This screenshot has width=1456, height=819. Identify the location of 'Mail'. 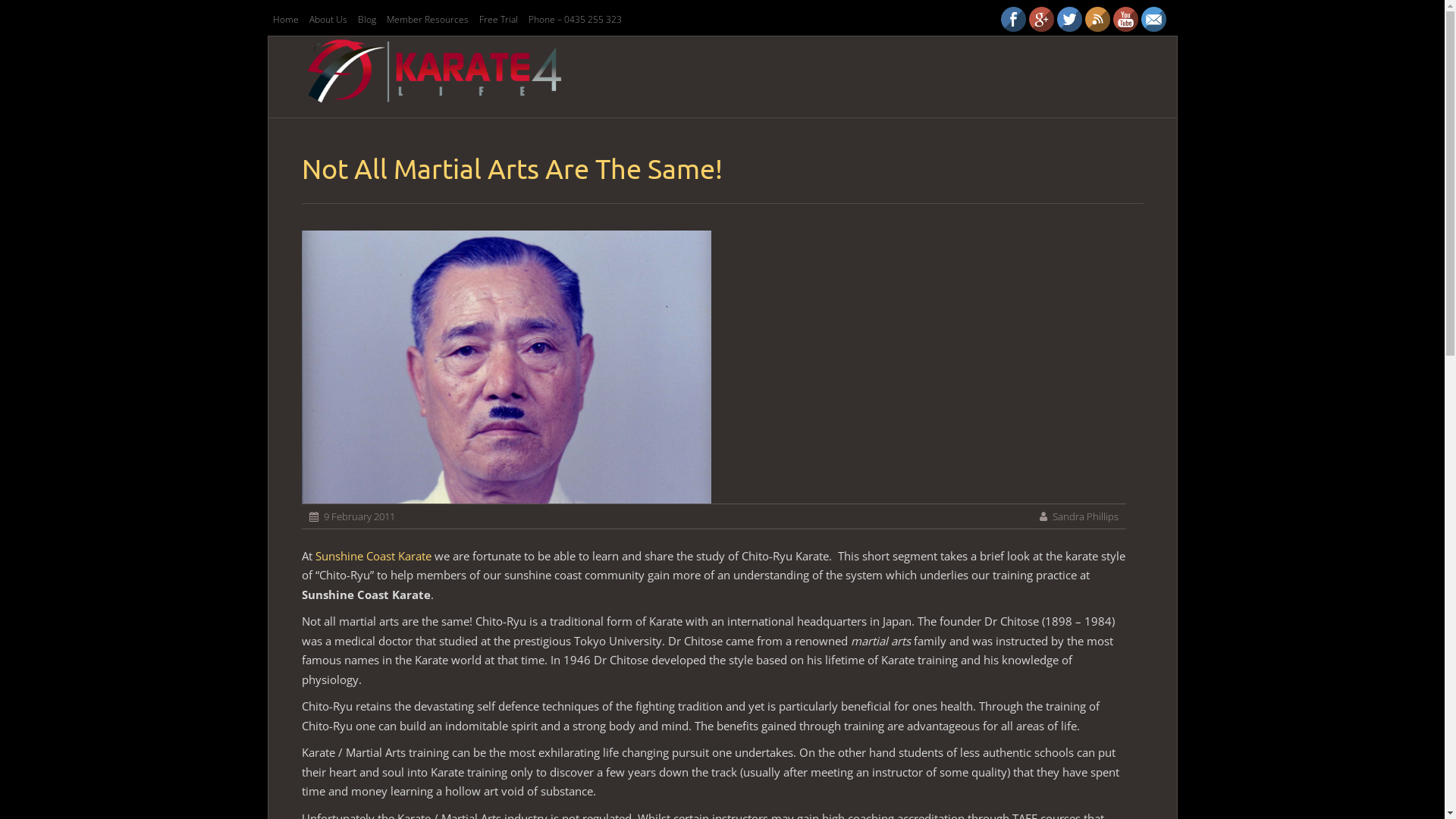
(1153, 19).